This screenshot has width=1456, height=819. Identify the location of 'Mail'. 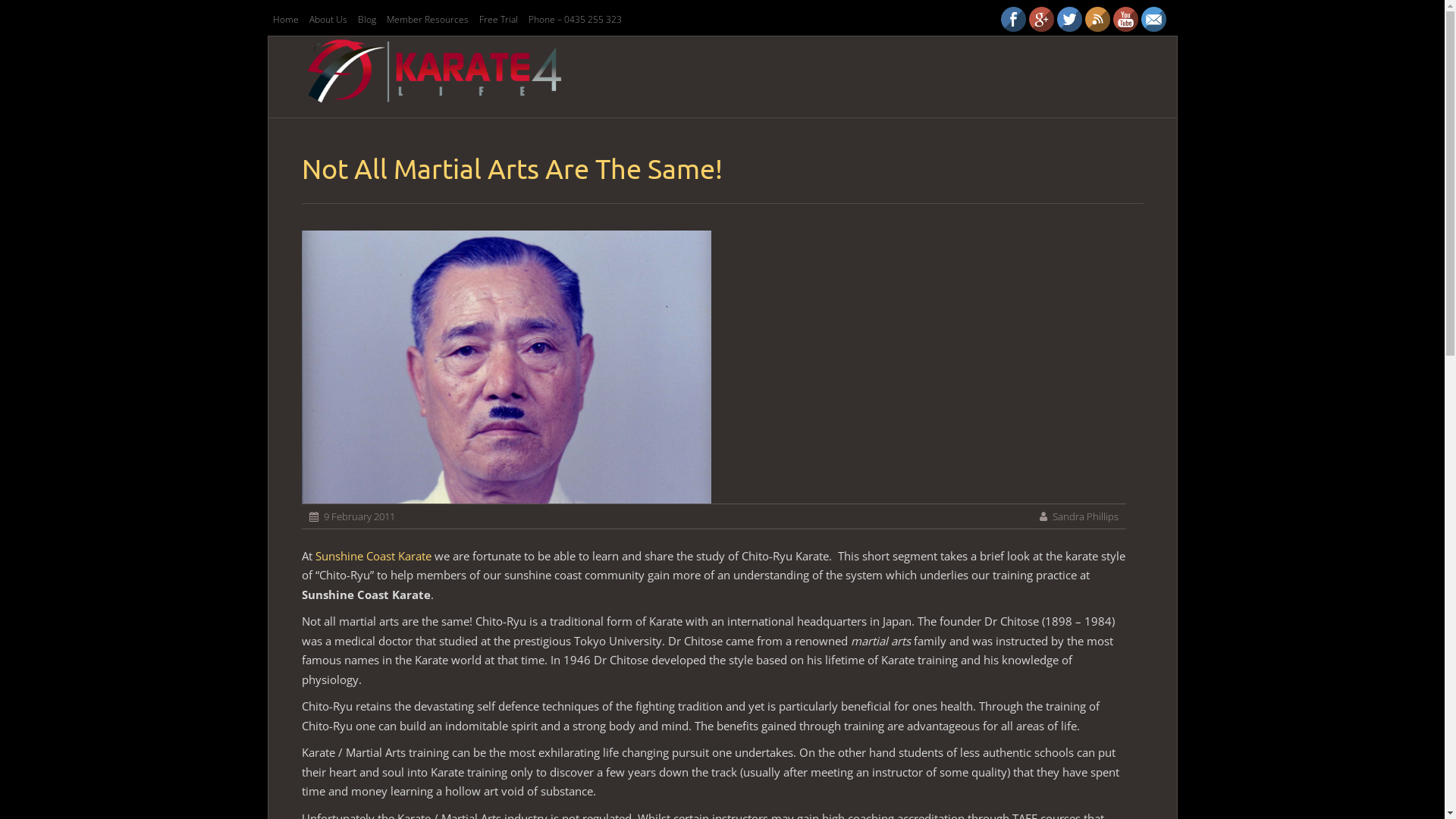
(1153, 19).